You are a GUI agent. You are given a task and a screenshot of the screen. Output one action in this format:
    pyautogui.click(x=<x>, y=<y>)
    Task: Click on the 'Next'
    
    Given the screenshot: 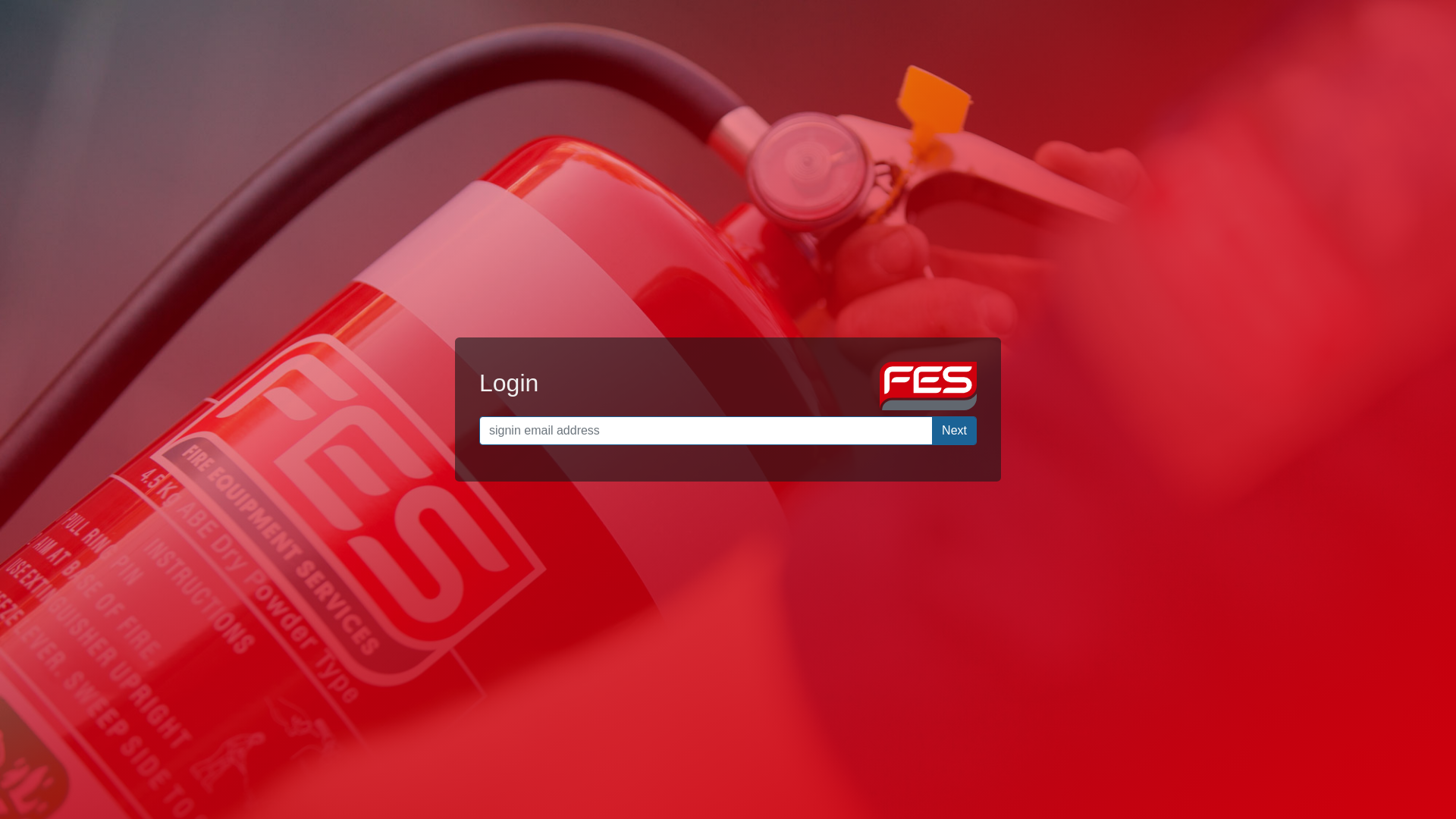 What is the action you would take?
    pyautogui.click(x=953, y=430)
    